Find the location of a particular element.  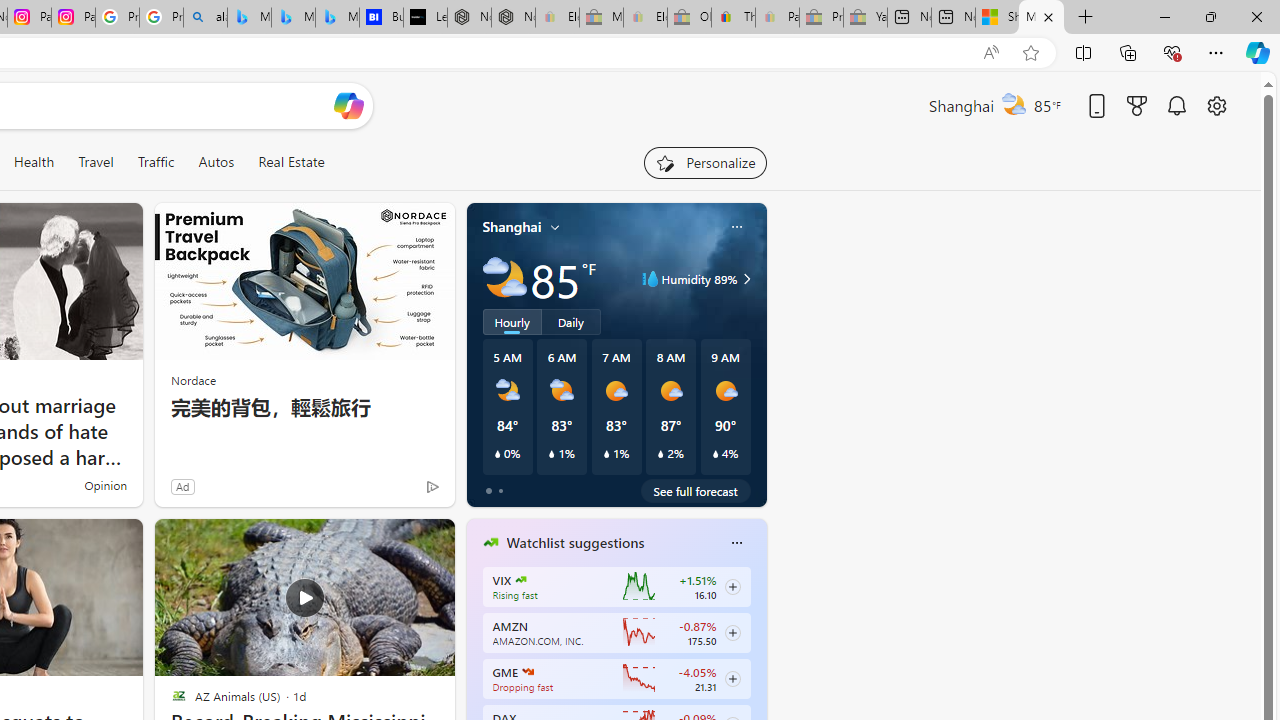

'Shanghai, China hourly forecast | Microsoft Weather' is located at coordinates (997, 17).